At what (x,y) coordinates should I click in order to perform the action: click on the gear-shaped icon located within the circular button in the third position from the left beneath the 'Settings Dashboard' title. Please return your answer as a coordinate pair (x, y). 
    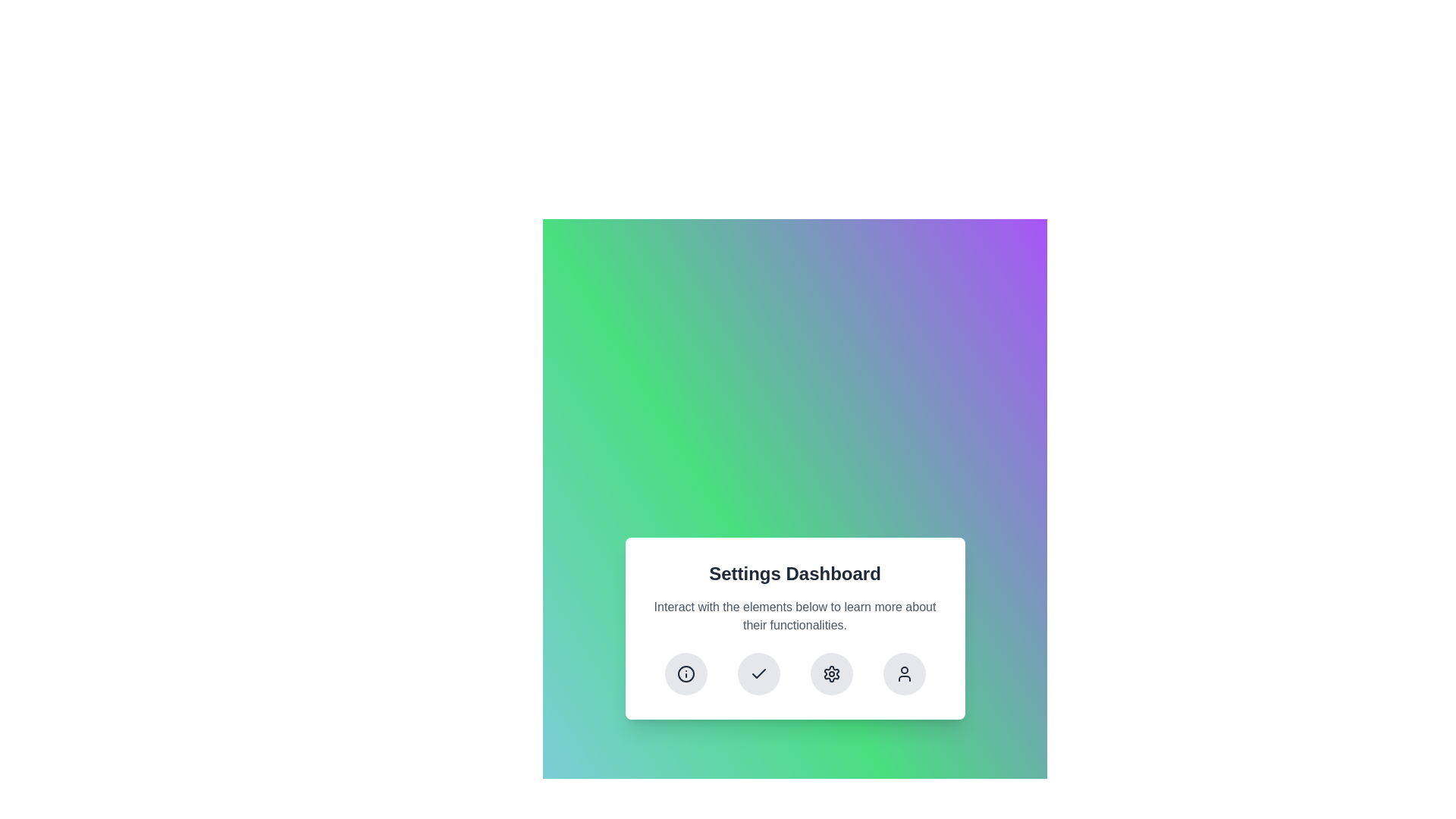
    Looking at the image, I should click on (830, 673).